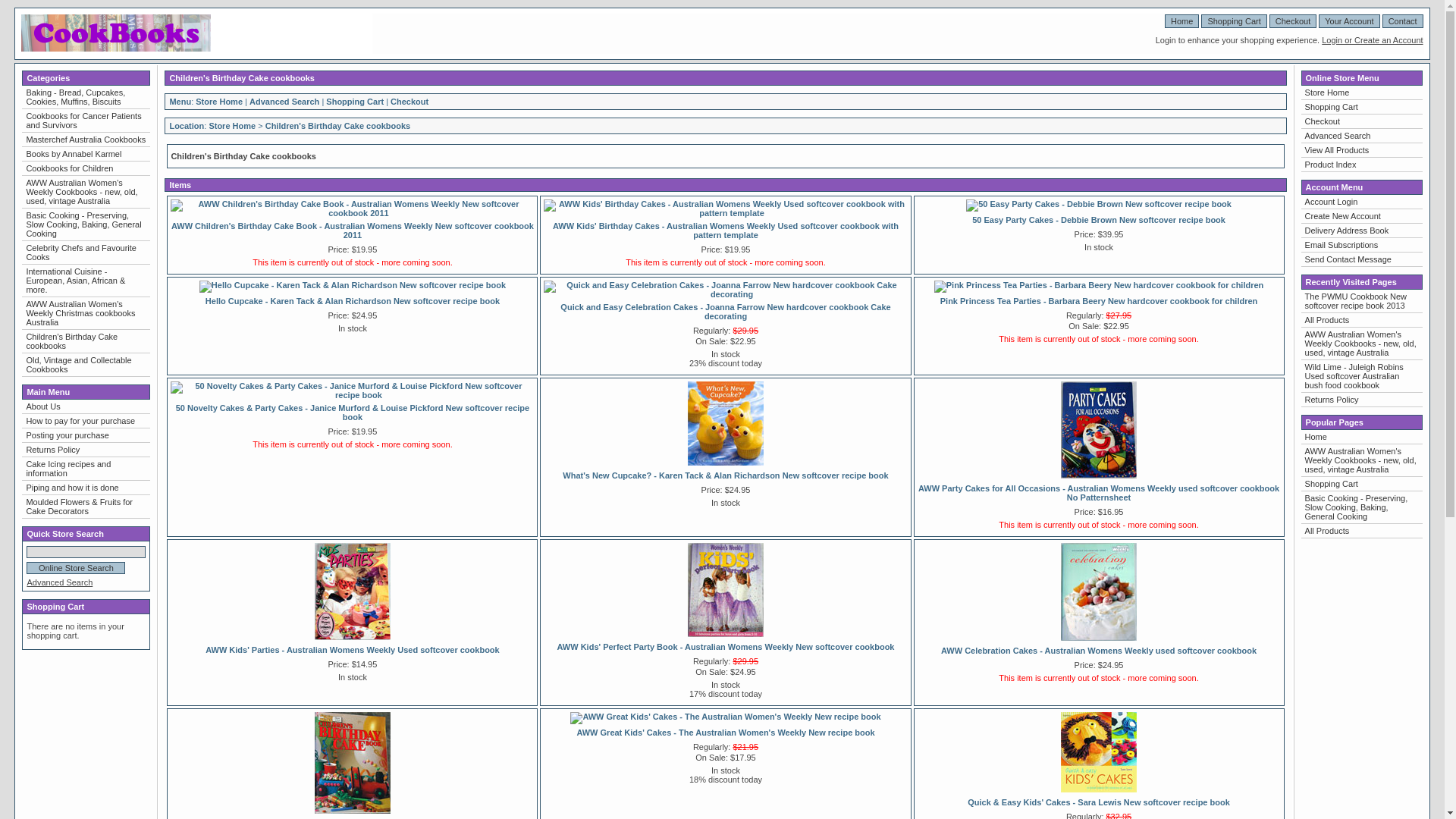 Image resolution: width=1456 pixels, height=819 pixels. What do you see at coordinates (1361, 244) in the screenshot?
I see `'Email Subscriptions'` at bounding box center [1361, 244].